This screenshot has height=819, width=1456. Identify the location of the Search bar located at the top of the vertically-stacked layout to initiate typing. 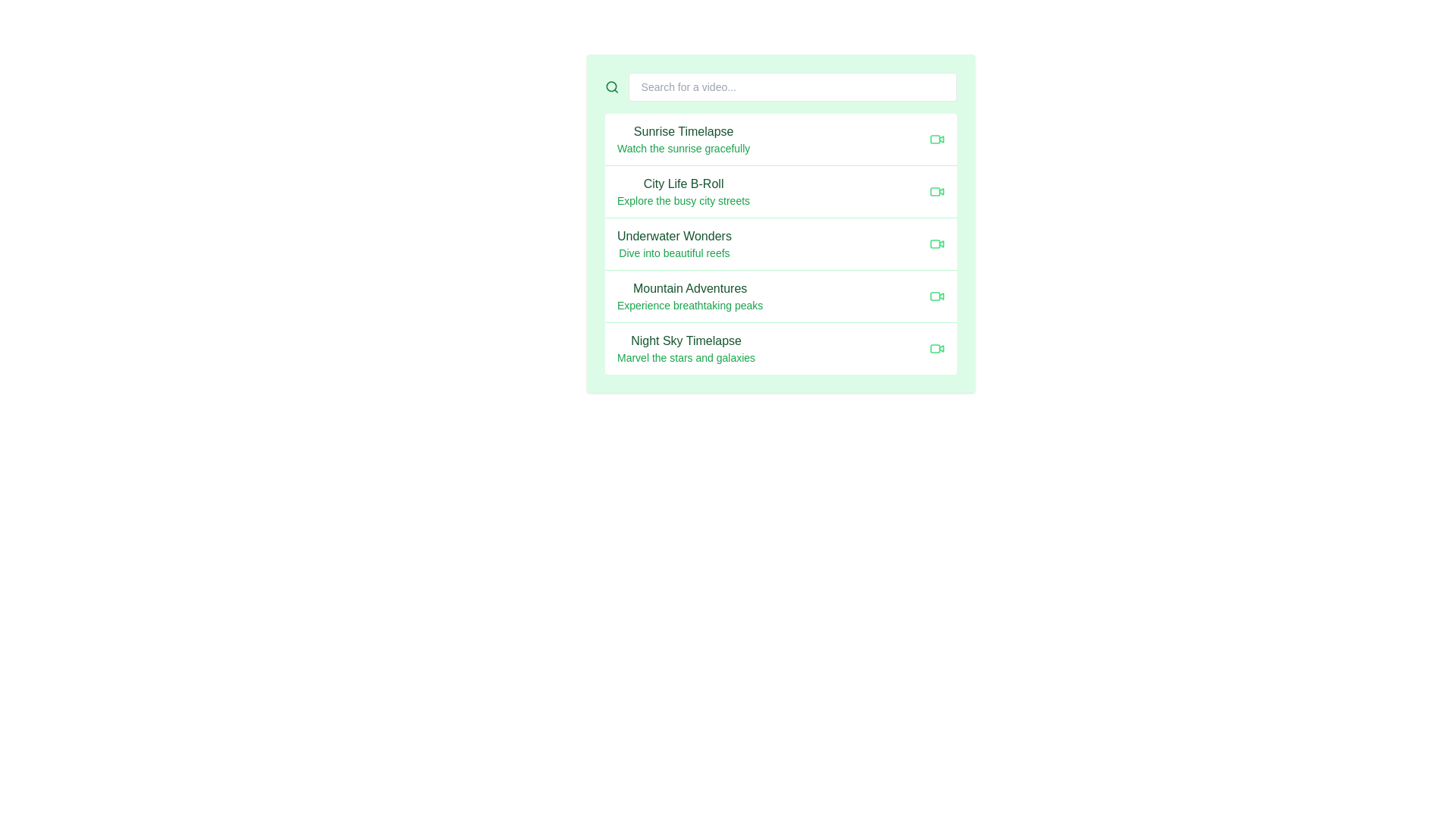
(781, 87).